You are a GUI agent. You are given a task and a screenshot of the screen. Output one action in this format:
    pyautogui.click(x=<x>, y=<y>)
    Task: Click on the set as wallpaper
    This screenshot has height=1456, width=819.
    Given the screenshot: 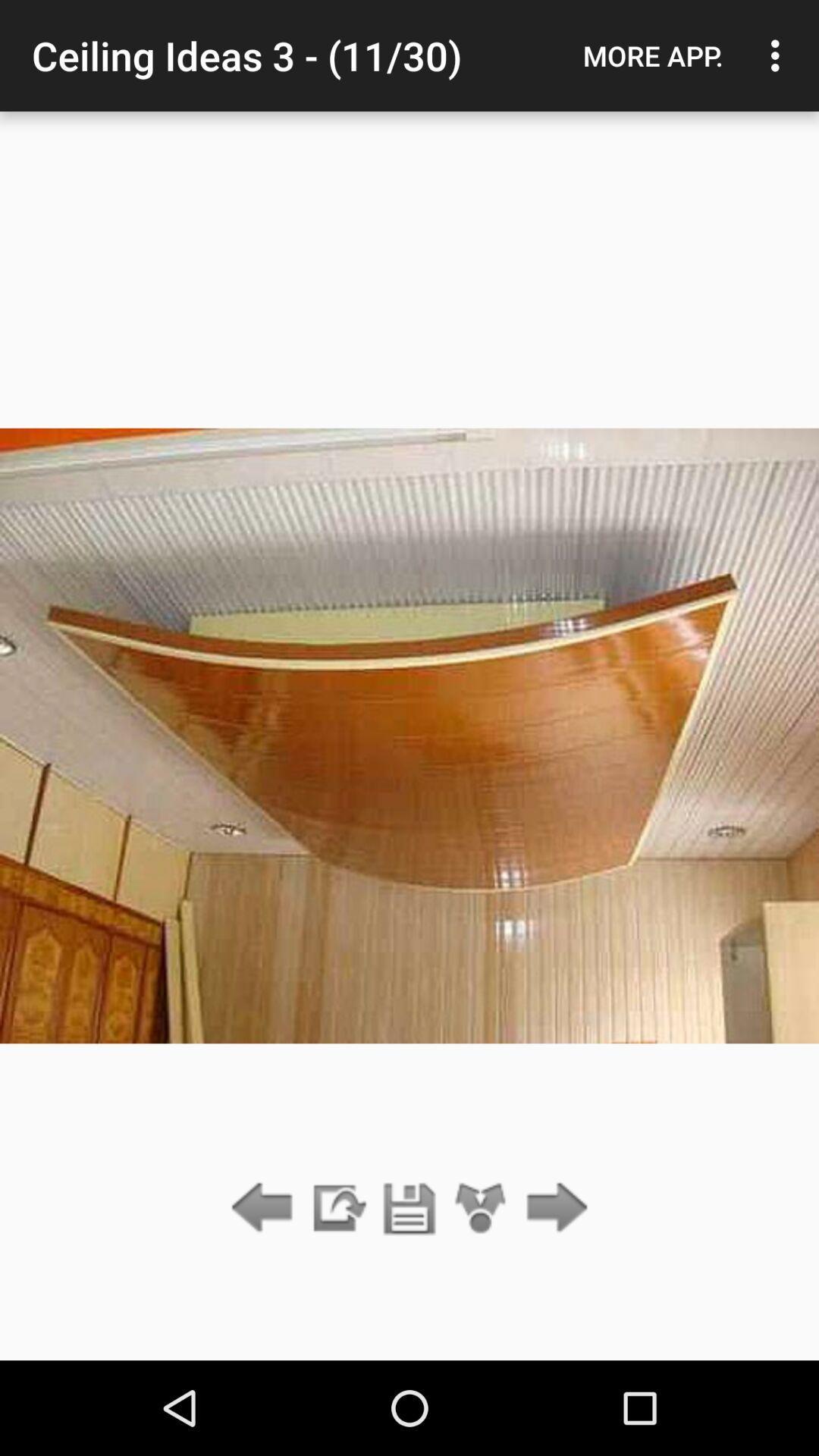 What is the action you would take?
    pyautogui.click(x=481, y=1208)
    